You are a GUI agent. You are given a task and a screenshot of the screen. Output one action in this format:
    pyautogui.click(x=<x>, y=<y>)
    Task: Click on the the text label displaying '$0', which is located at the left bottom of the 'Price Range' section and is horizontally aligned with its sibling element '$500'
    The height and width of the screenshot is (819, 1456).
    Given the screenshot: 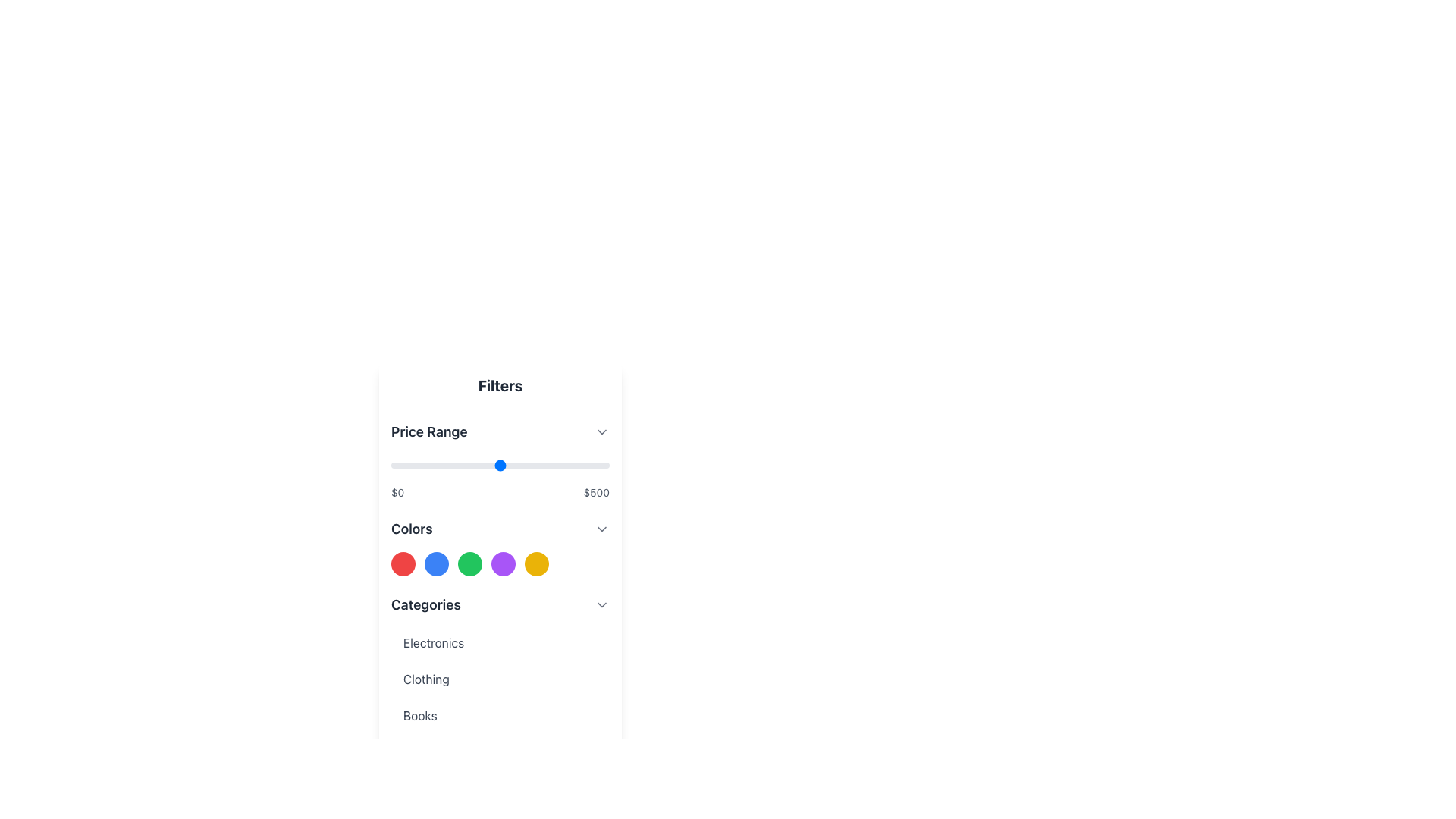 What is the action you would take?
    pyautogui.click(x=397, y=493)
    